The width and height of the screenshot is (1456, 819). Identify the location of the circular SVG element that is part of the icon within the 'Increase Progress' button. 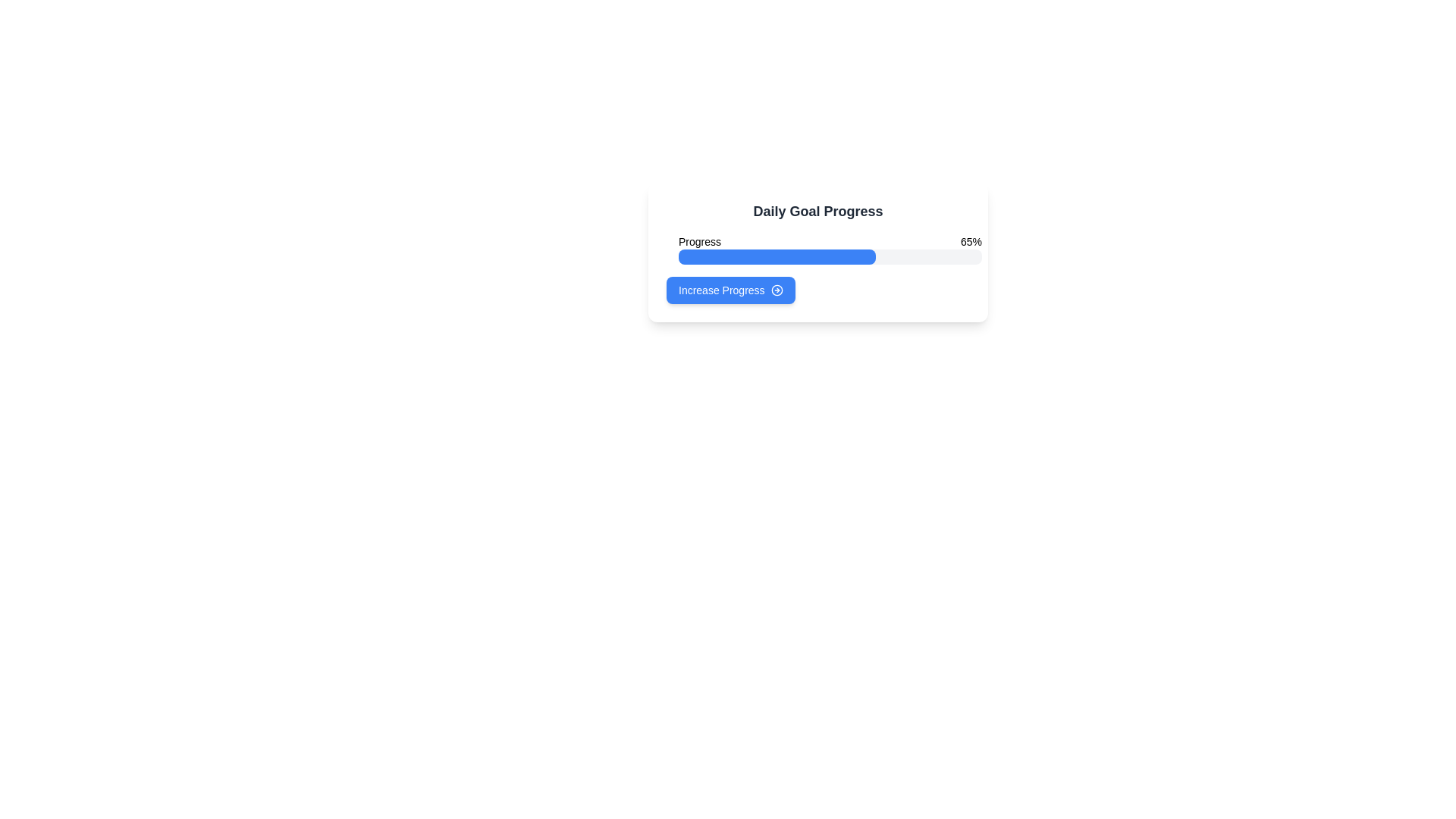
(777, 290).